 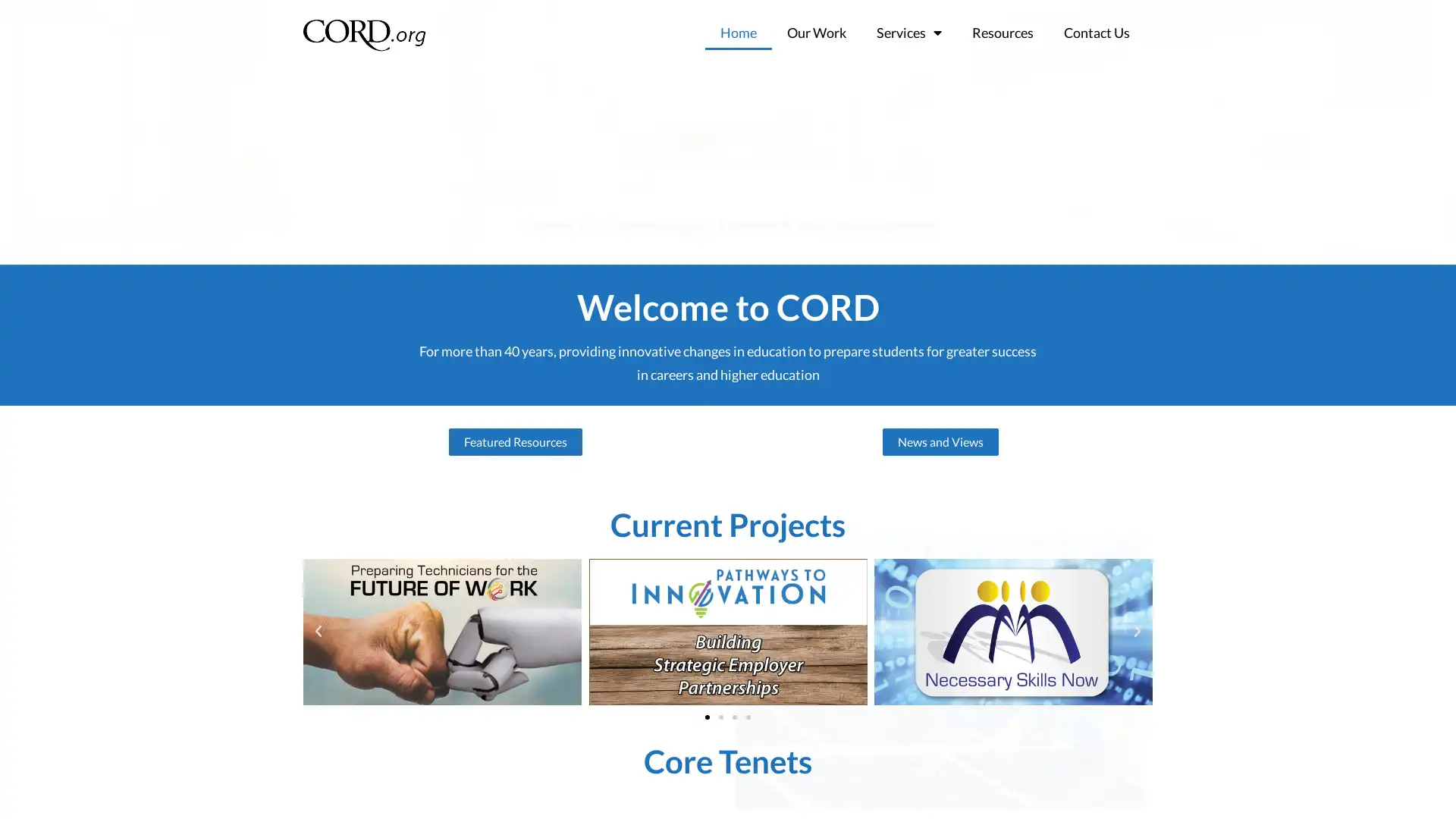 What do you see at coordinates (720, 717) in the screenshot?
I see `Go to slide 2` at bounding box center [720, 717].